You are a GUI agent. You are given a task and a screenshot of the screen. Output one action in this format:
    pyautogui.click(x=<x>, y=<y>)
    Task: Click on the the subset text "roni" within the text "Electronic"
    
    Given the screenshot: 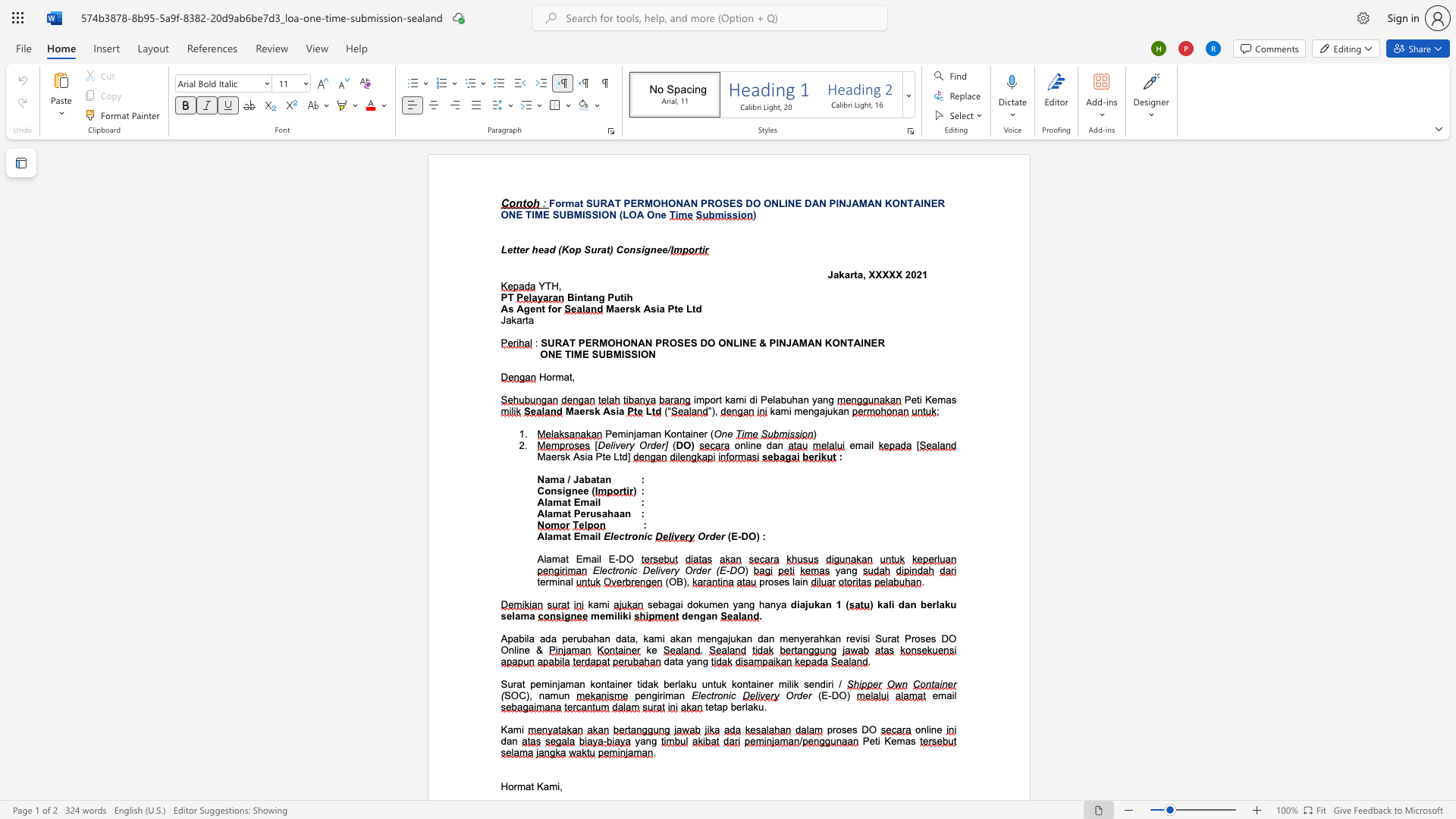 What is the action you would take?
    pyautogui.click(x=627, y=535)
    